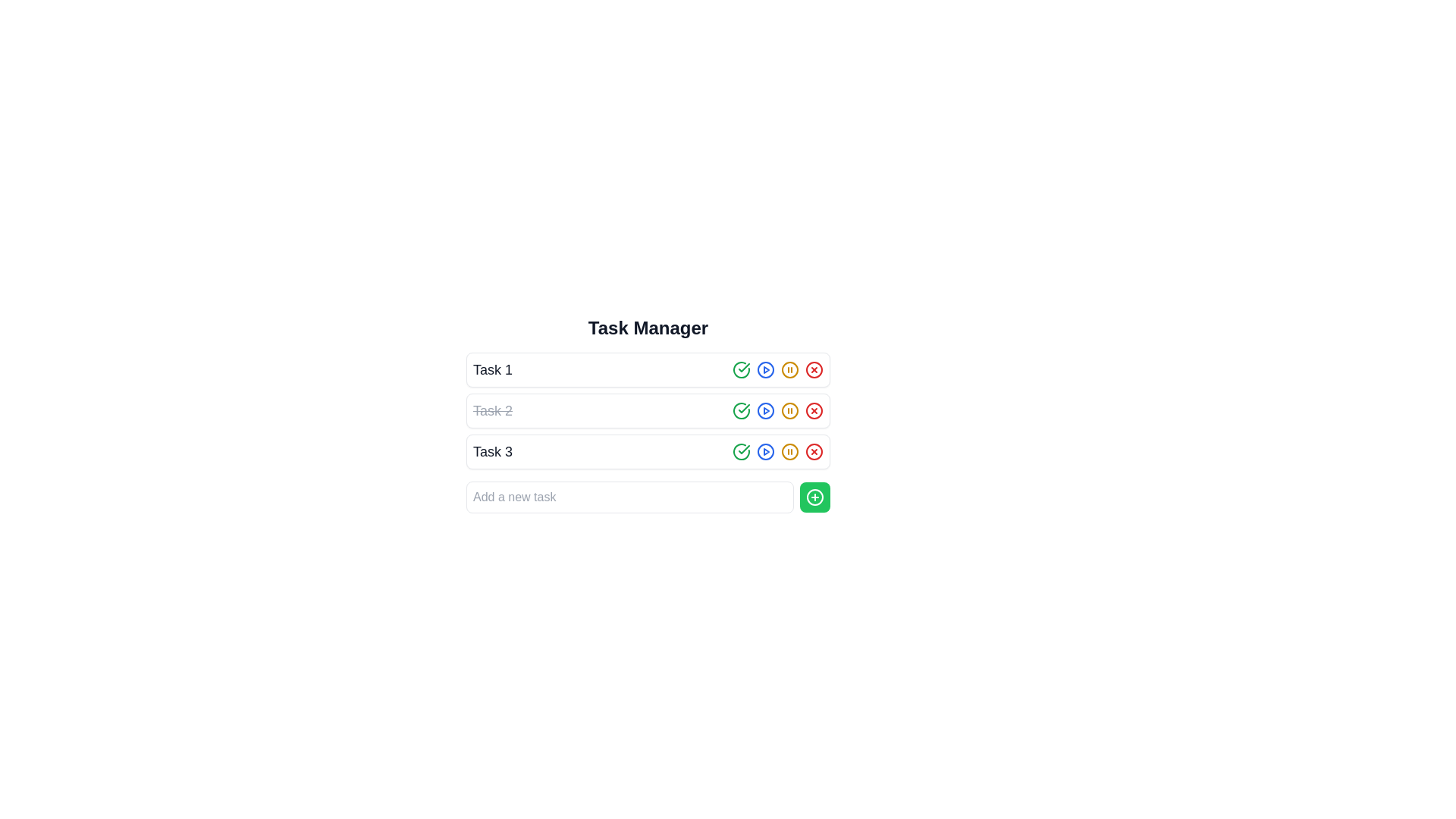 Image resolution: width=1456 pixels, height=819 pixels. What do you see at coordinates (765, 370) in the screenshot?
I see `the circular blue play button located to the right of 'Task 1' under the 'Task Manager' header` at bounding box center [765, 370].